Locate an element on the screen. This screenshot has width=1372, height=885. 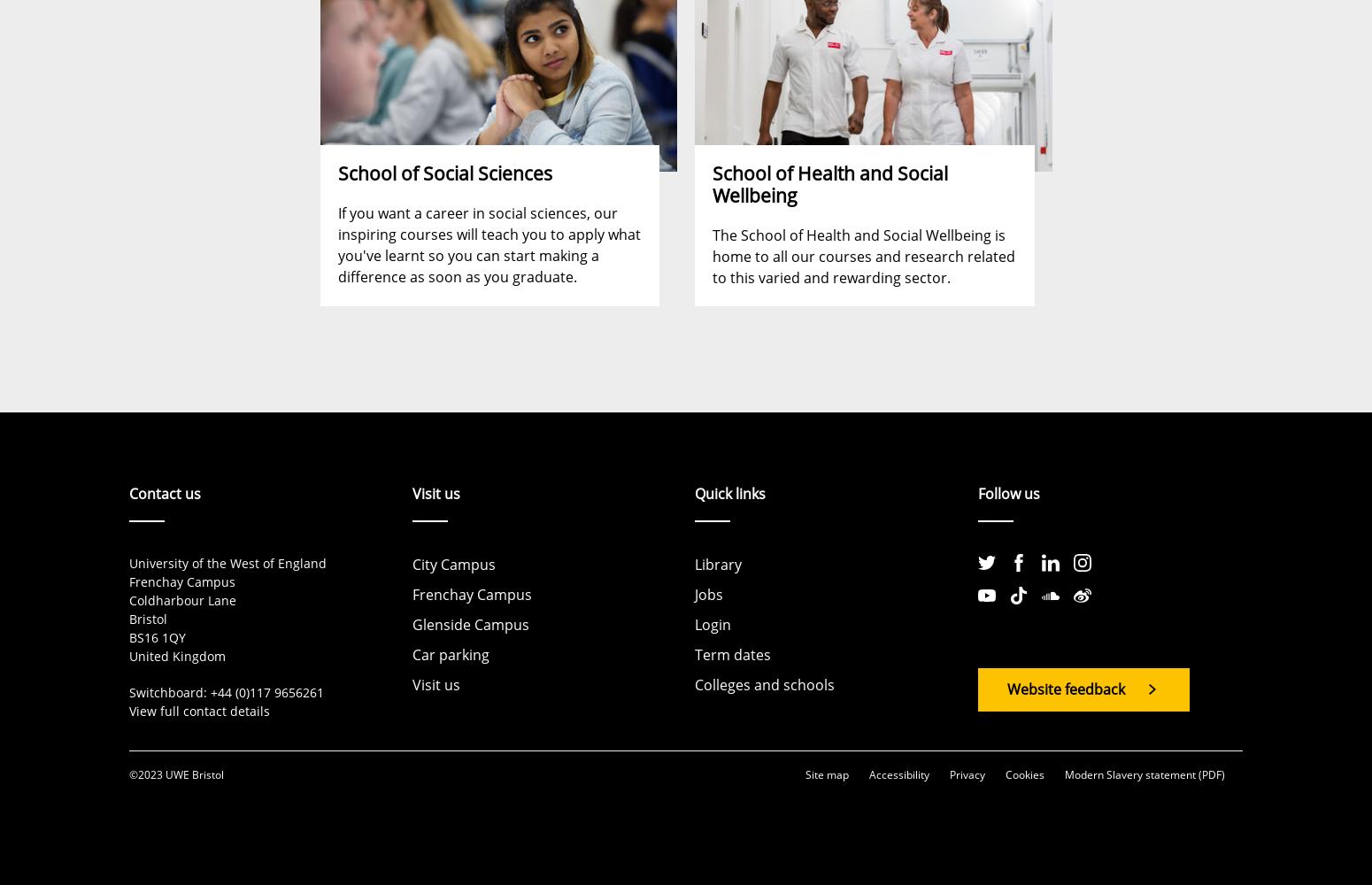
'BS16 1QY' is located at coordinates (129, 636).